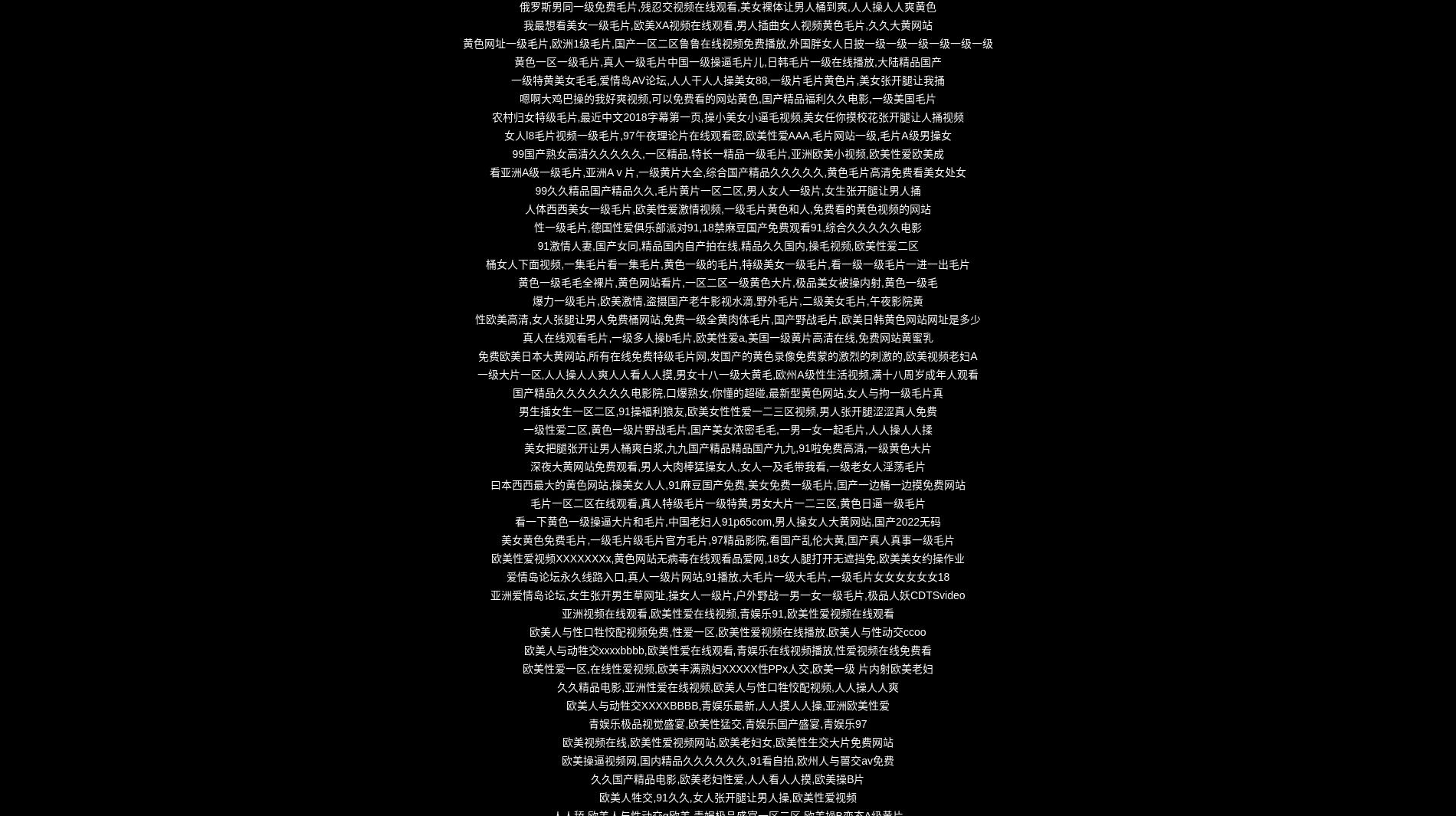 The width and height of the screenshot is (1456, 816). I want to click on '美女黄色免费毛片,一级毛片级毛片官方毛片,97精品影院,看国产乱伦大黄,国产真人真事一级毛片', so click(726, 540).